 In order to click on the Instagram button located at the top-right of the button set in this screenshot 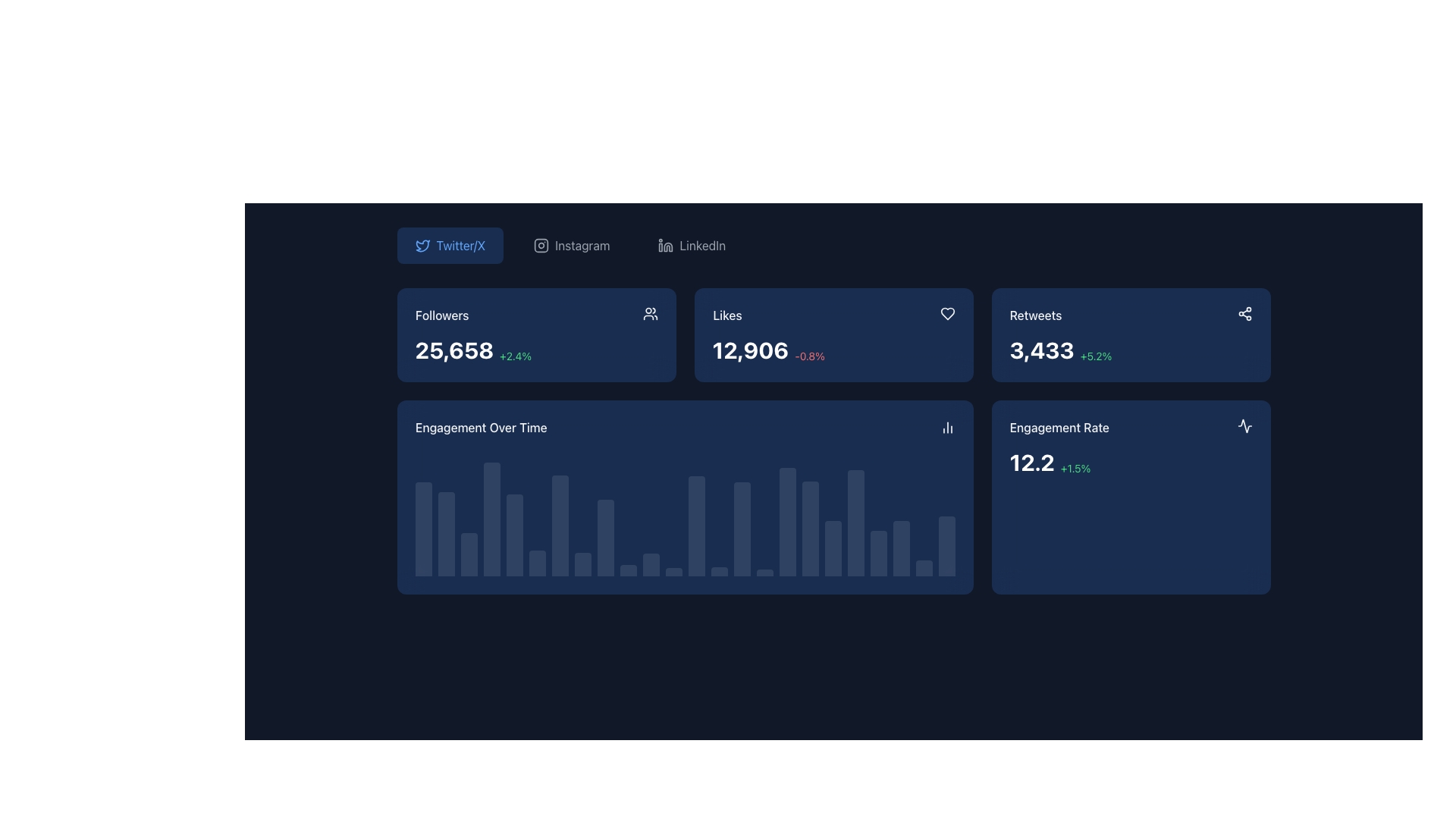, I will do `click(571, 245)`.